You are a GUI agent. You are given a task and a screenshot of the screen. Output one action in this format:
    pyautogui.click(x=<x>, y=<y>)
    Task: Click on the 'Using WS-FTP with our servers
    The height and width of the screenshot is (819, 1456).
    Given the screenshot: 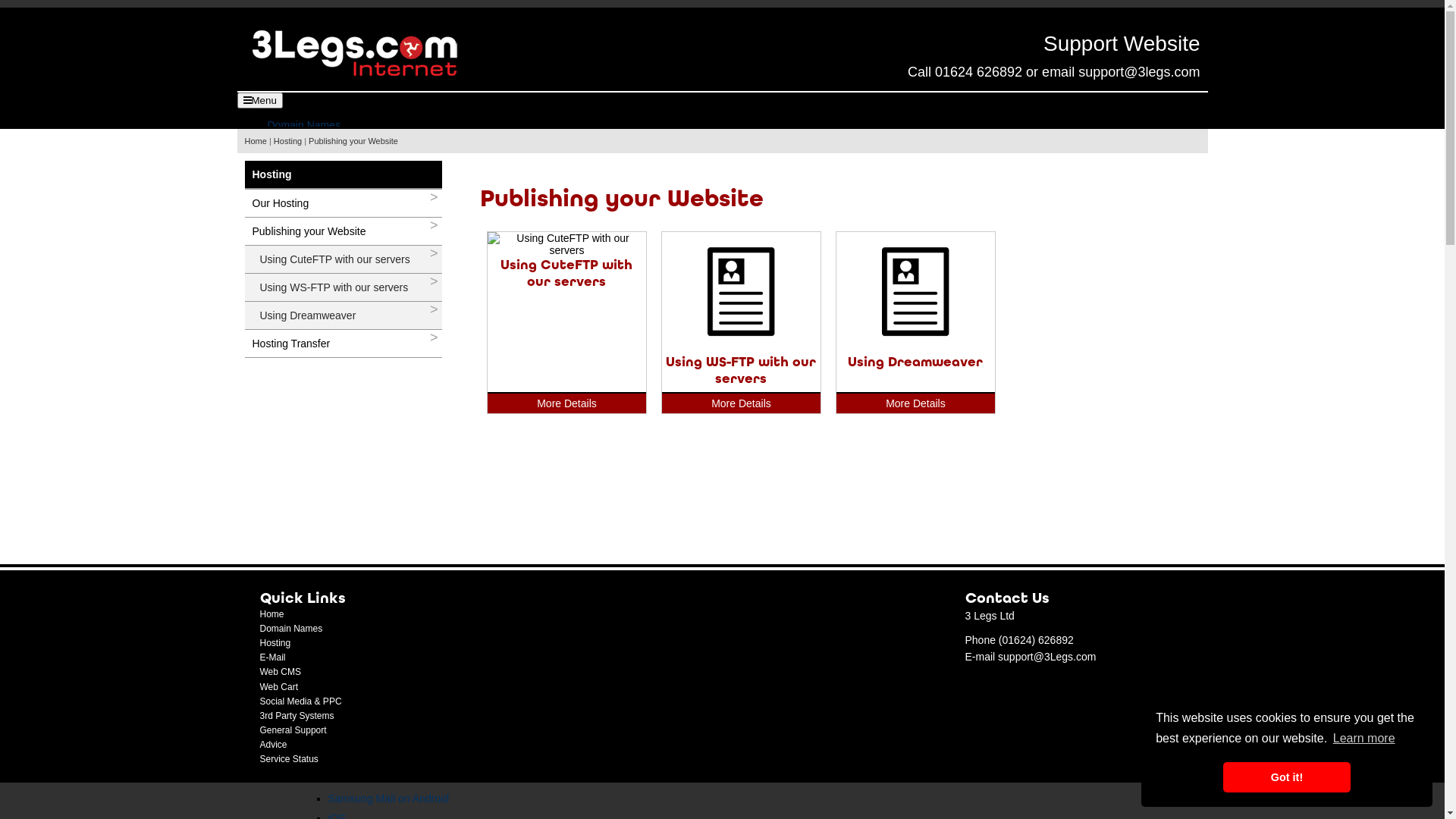 What is the action you would take?
    pyautogui.click(x=742, y=312)
    